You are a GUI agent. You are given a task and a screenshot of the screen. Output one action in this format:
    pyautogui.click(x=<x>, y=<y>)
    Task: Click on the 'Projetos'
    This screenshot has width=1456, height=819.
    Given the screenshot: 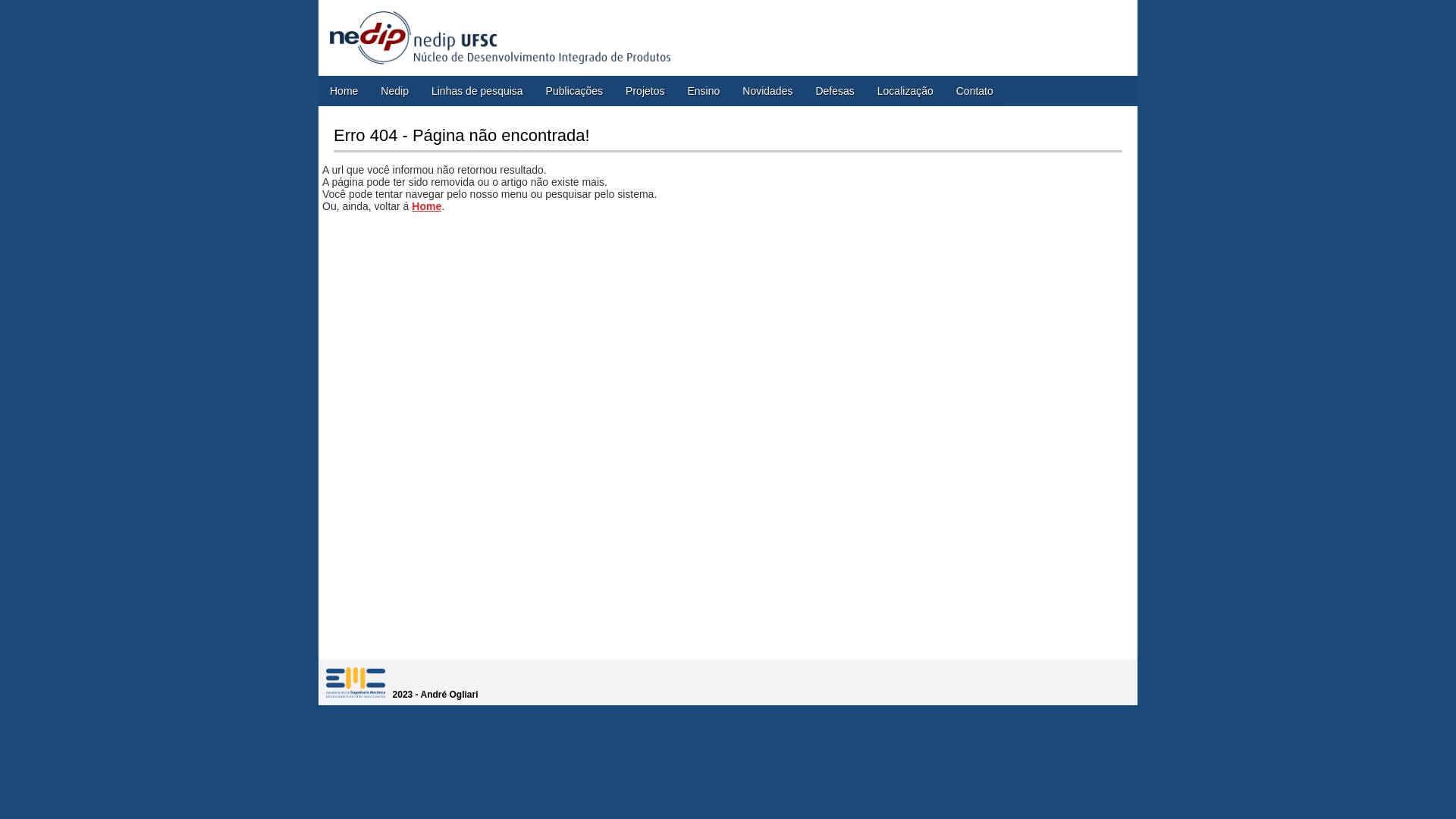 What is the action you would take?
    pyautogui.click(x=645, y=90)
    